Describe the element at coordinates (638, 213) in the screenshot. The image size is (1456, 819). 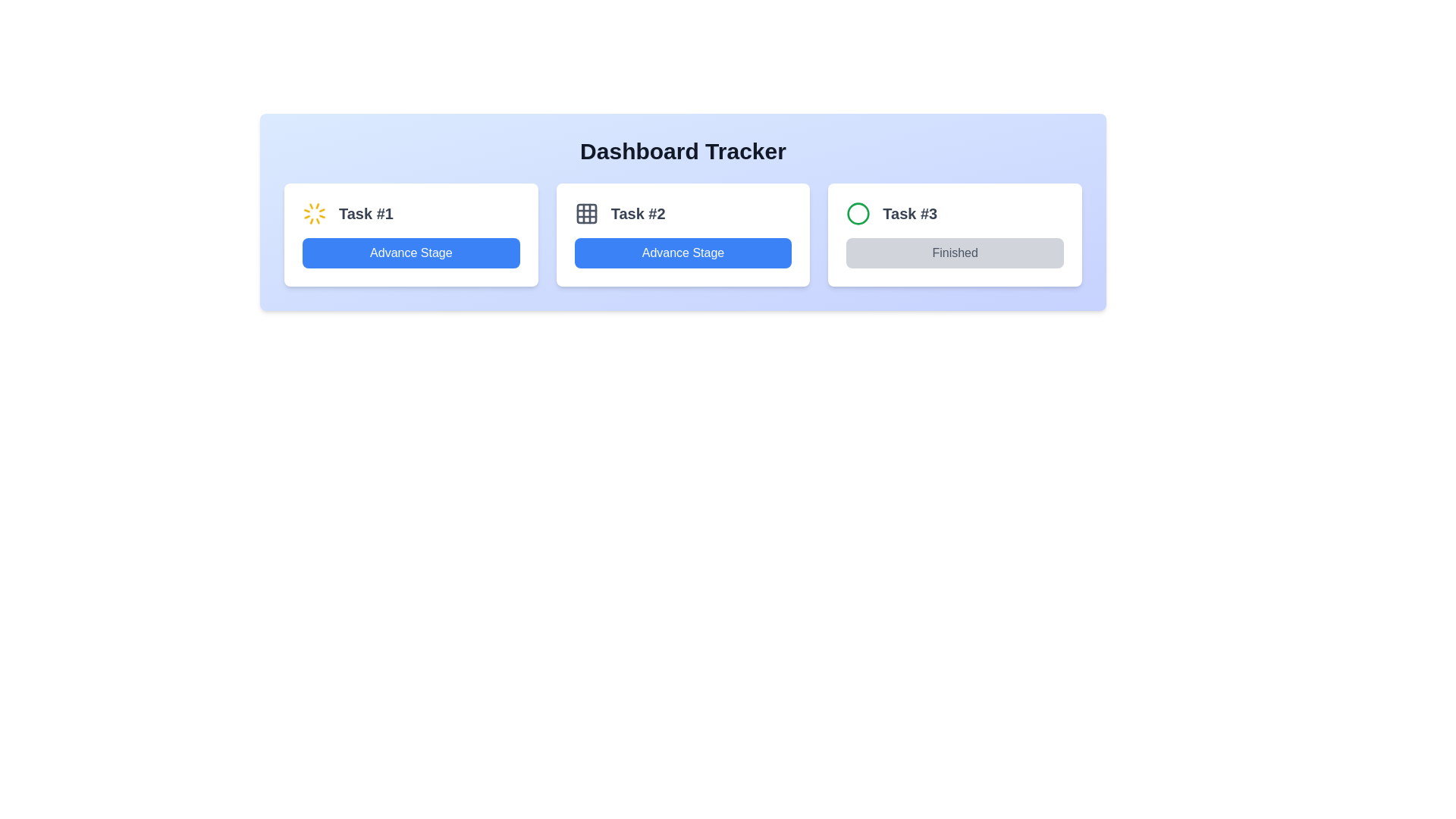
I see `the Text Label that identifies Task #2, located above the 'Advance Stage' button and to the right of the task symbol icon` at that location.